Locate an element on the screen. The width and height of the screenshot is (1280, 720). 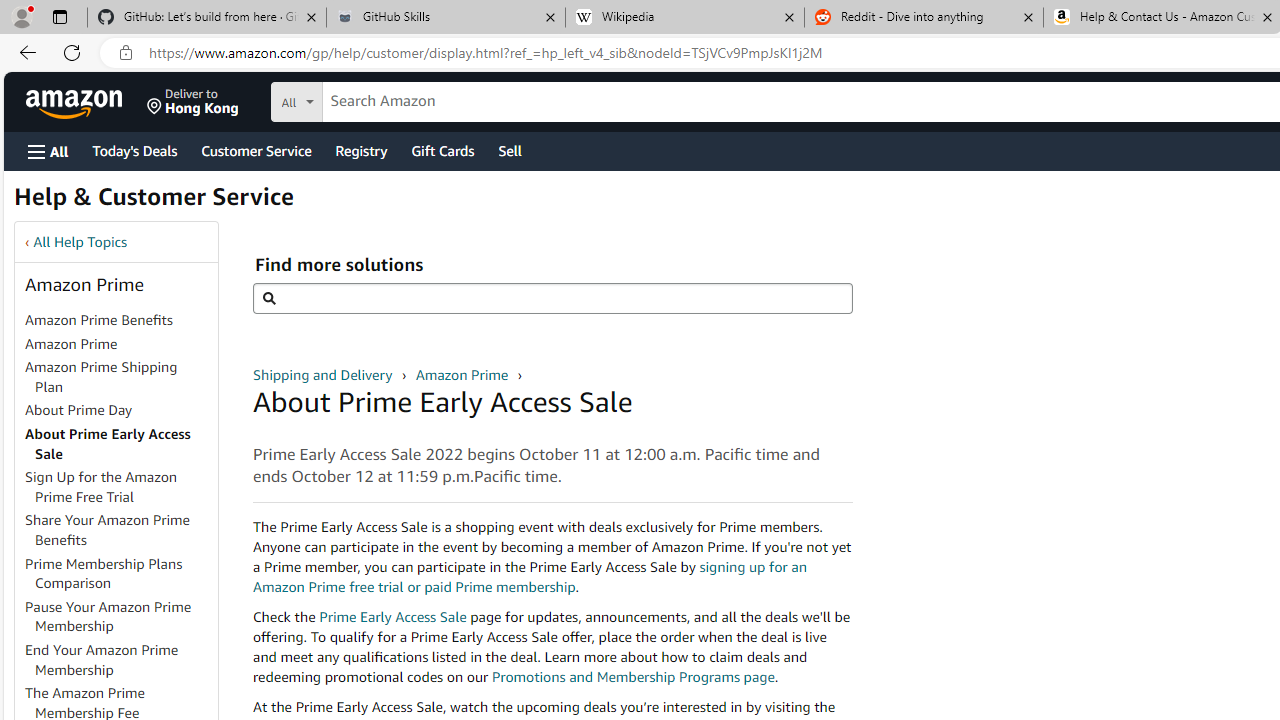
'About Prime Early Access Sale' is located at coordinates (119, 443).